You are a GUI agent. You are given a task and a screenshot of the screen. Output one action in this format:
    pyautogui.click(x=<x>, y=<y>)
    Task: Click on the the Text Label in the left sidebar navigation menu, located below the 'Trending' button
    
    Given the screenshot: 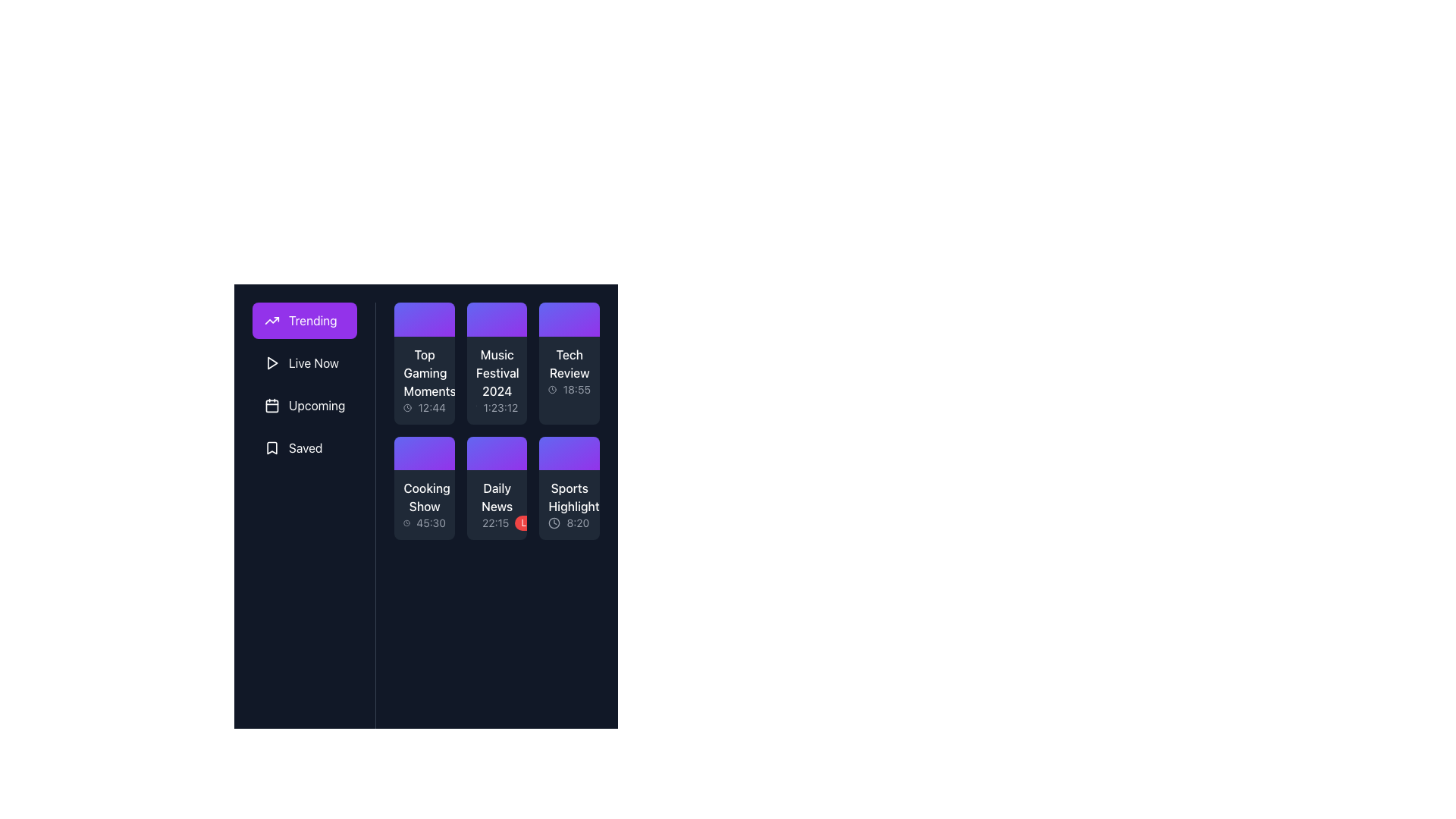 What is the action you would take?
    pyautogui.click(x=312, y=362)
    